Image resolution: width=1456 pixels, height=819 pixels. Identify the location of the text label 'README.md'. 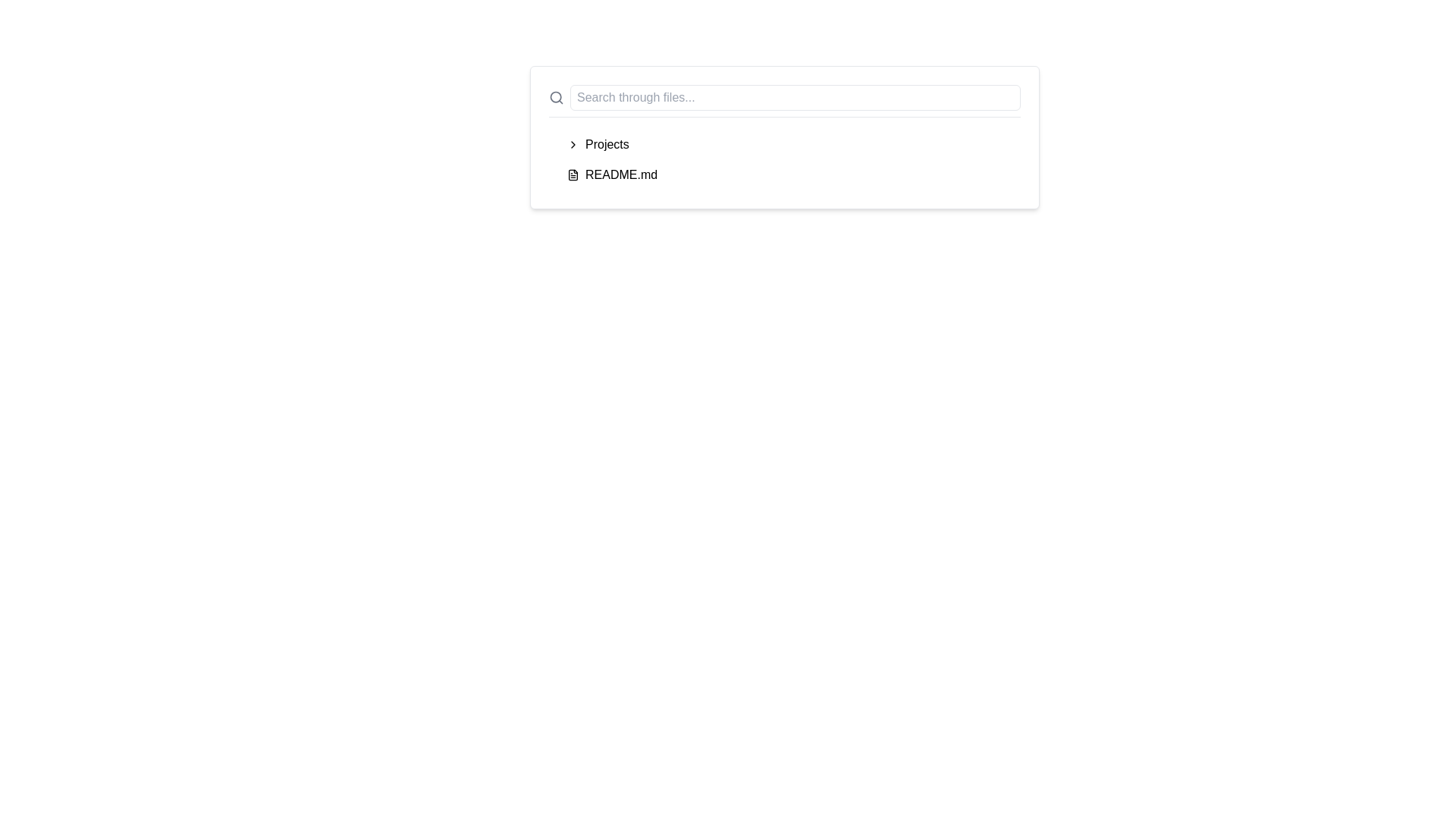
(621, 174).